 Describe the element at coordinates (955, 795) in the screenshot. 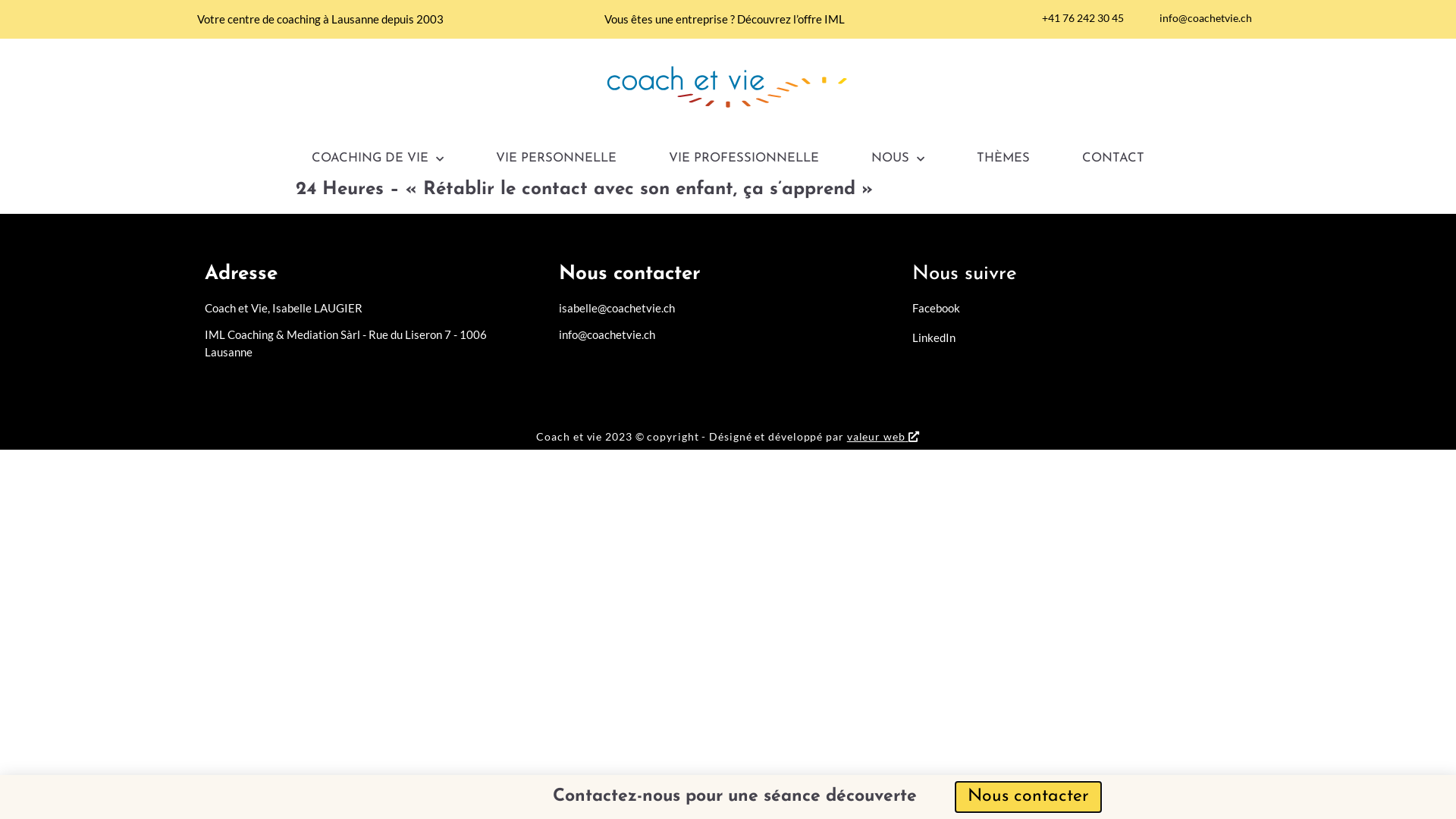

I see `'Nous contacter'` at that location.